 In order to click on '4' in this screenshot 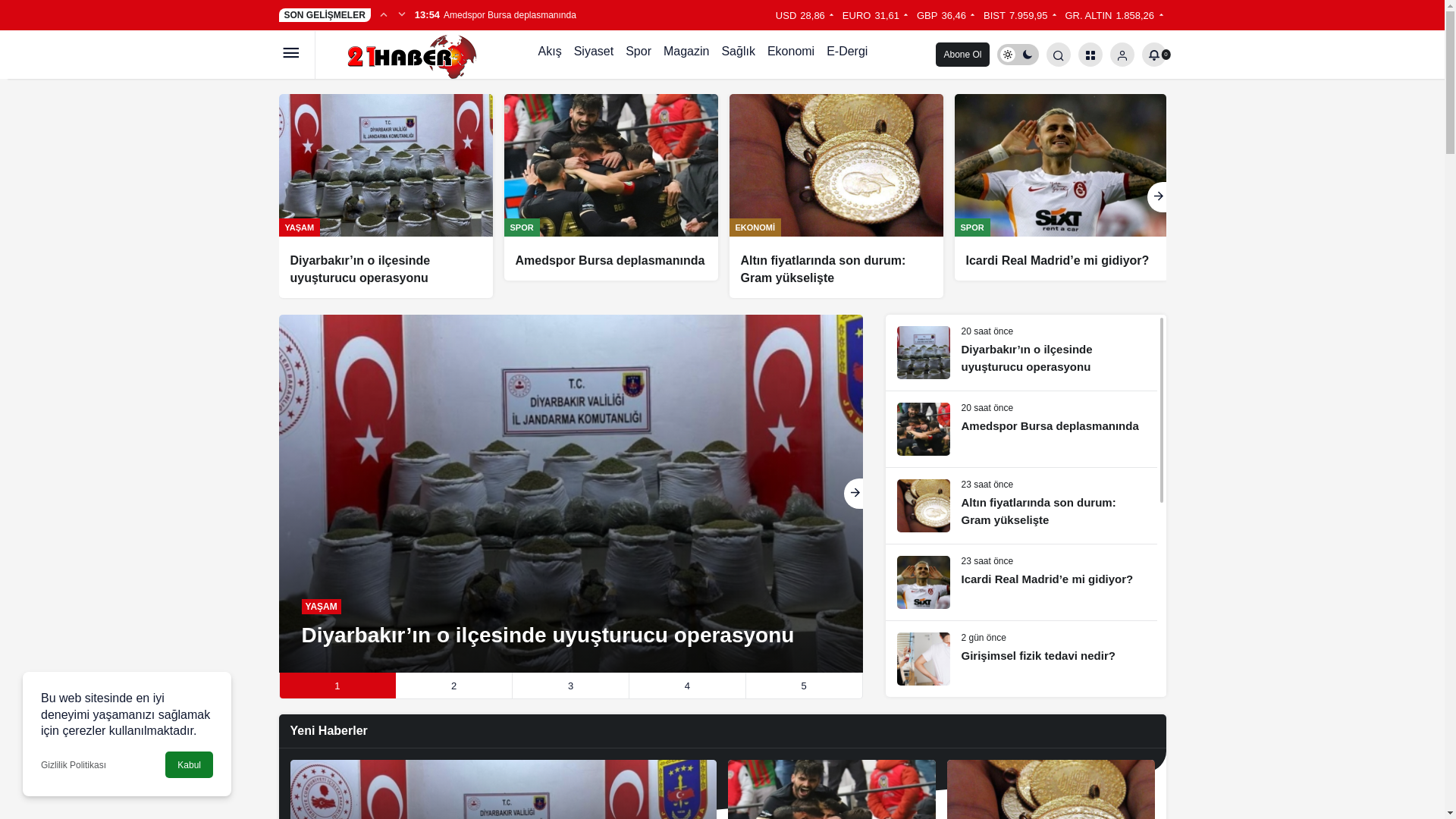, I will do `click(683, 686)`.